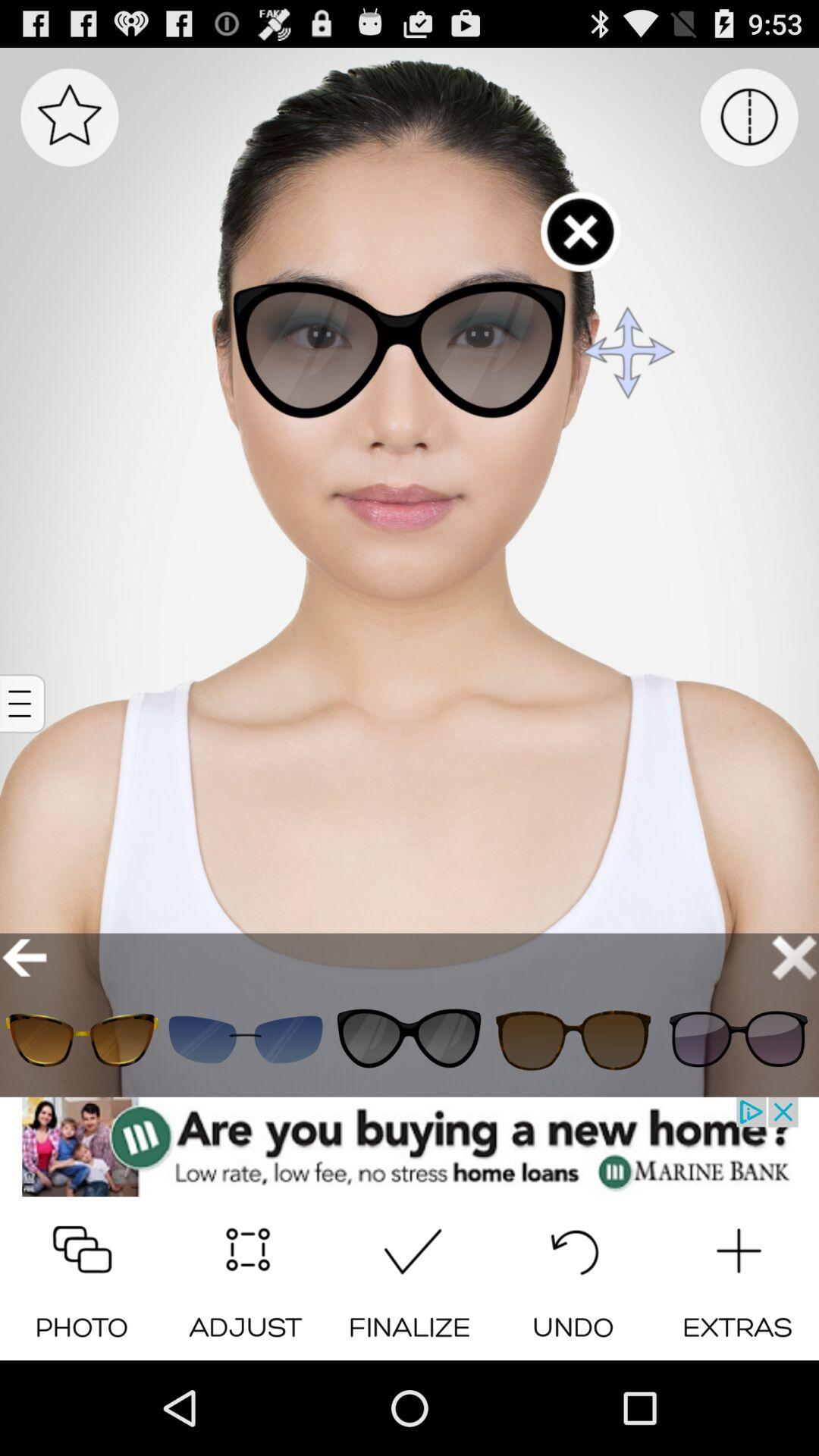  Describe the element at coordinates (573, 1039) in the screenshot. I see `the specified glass` at that location.